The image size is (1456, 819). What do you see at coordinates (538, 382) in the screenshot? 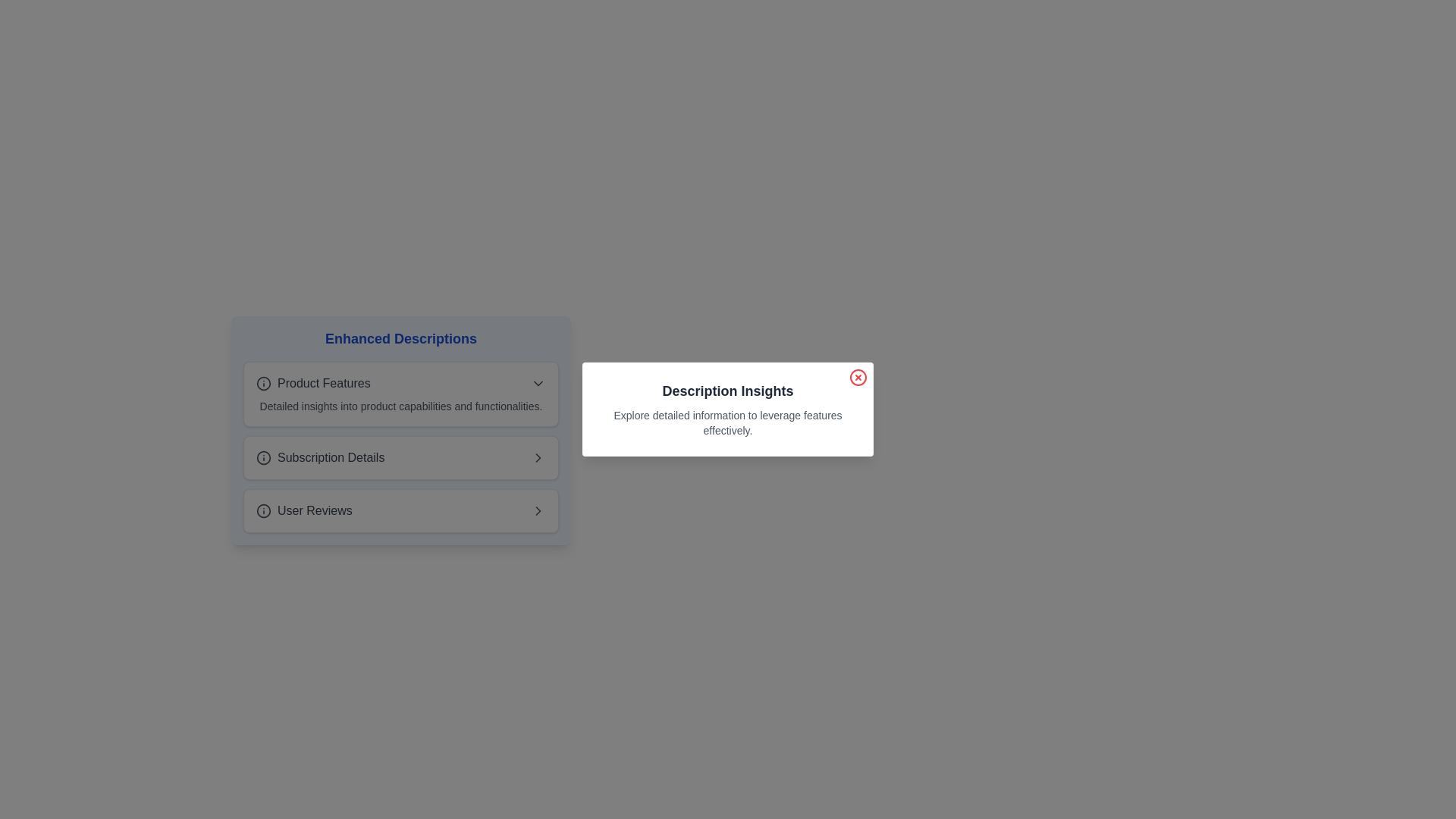
I see `the downward-pointing chevron icon located to the right of the 'Product Features' text` at bounding box center [538, 382].